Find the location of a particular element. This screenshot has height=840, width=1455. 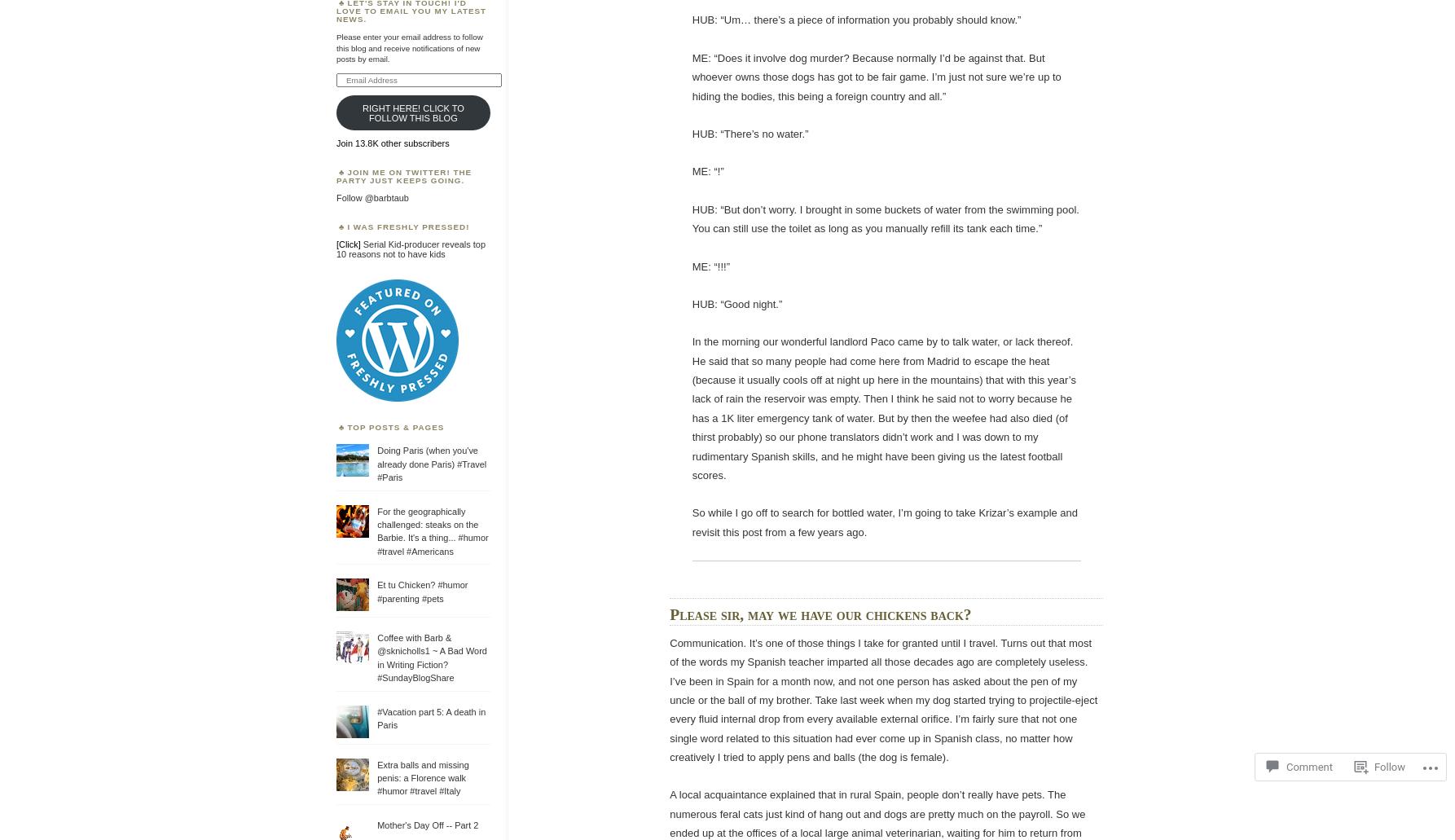

'Comment' is located at coordinates (1285, 766).